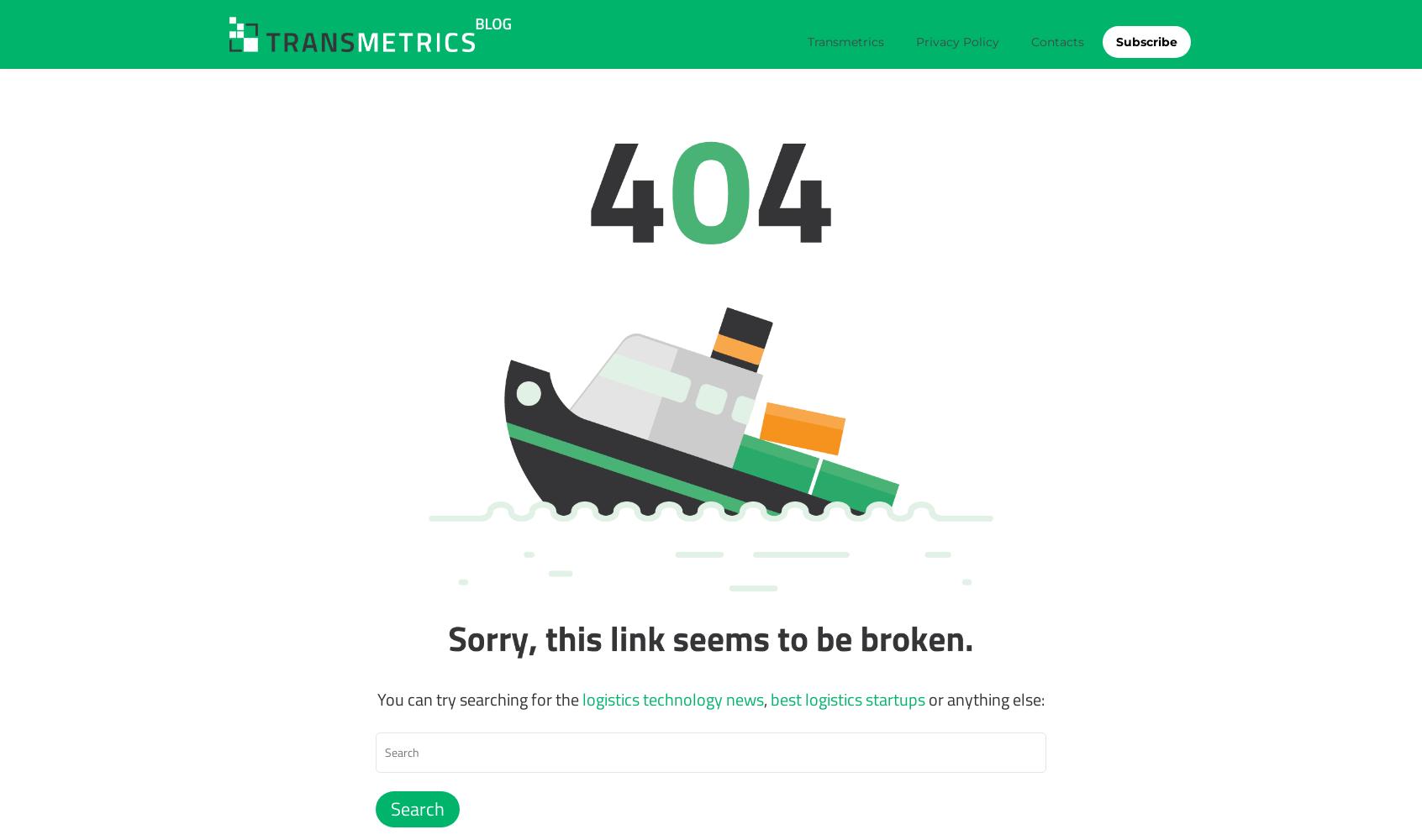 The height and width of the screenshot is (840, 1422). What do you see at coordinates (1057, 42) in the screenshot?
I see `'Contacts'` at bounding box center [1057, 42].